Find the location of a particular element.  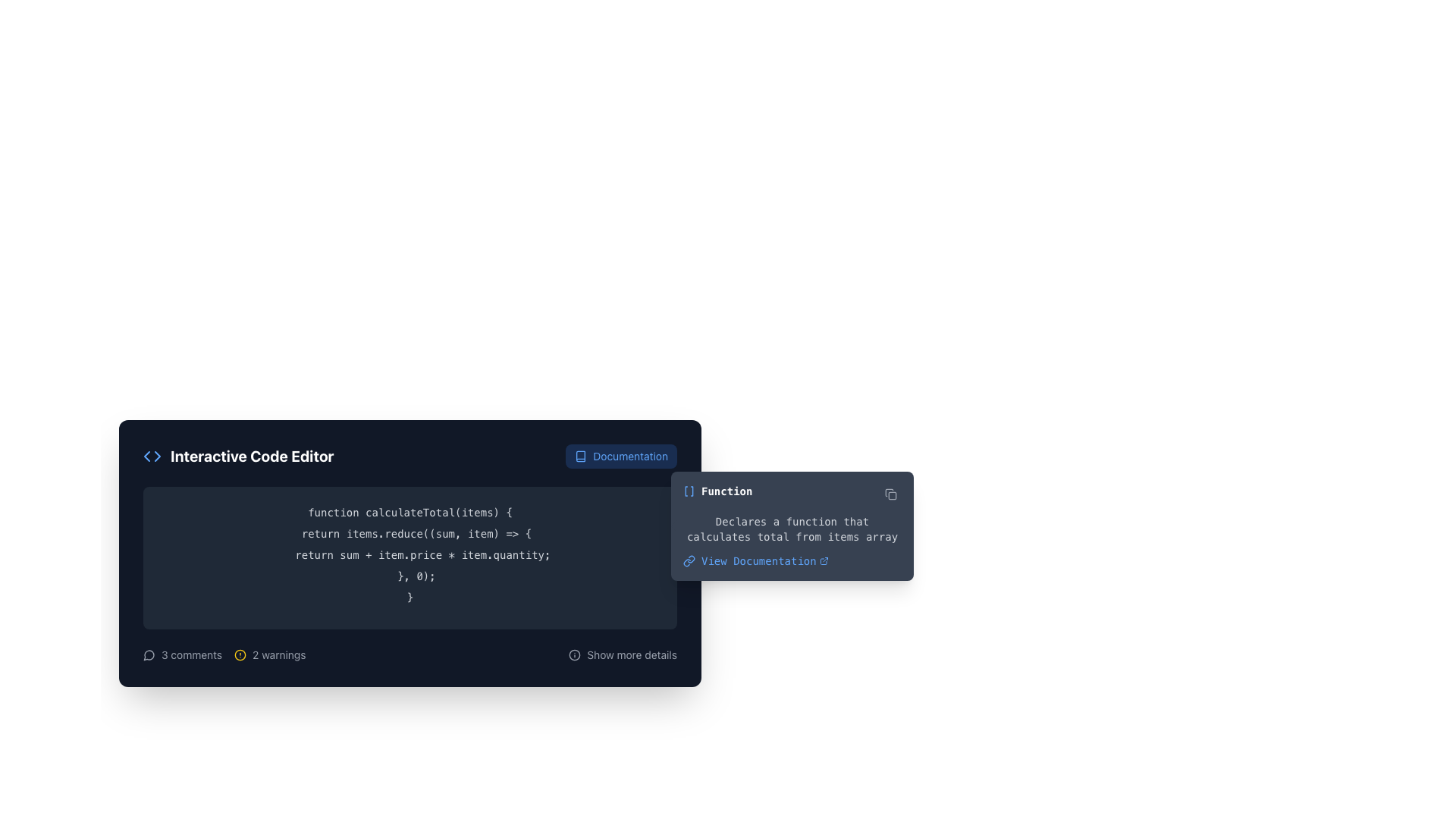

the button located on the right side of the 'Interactive Code Editor' title is located at coordinates (621, 455).